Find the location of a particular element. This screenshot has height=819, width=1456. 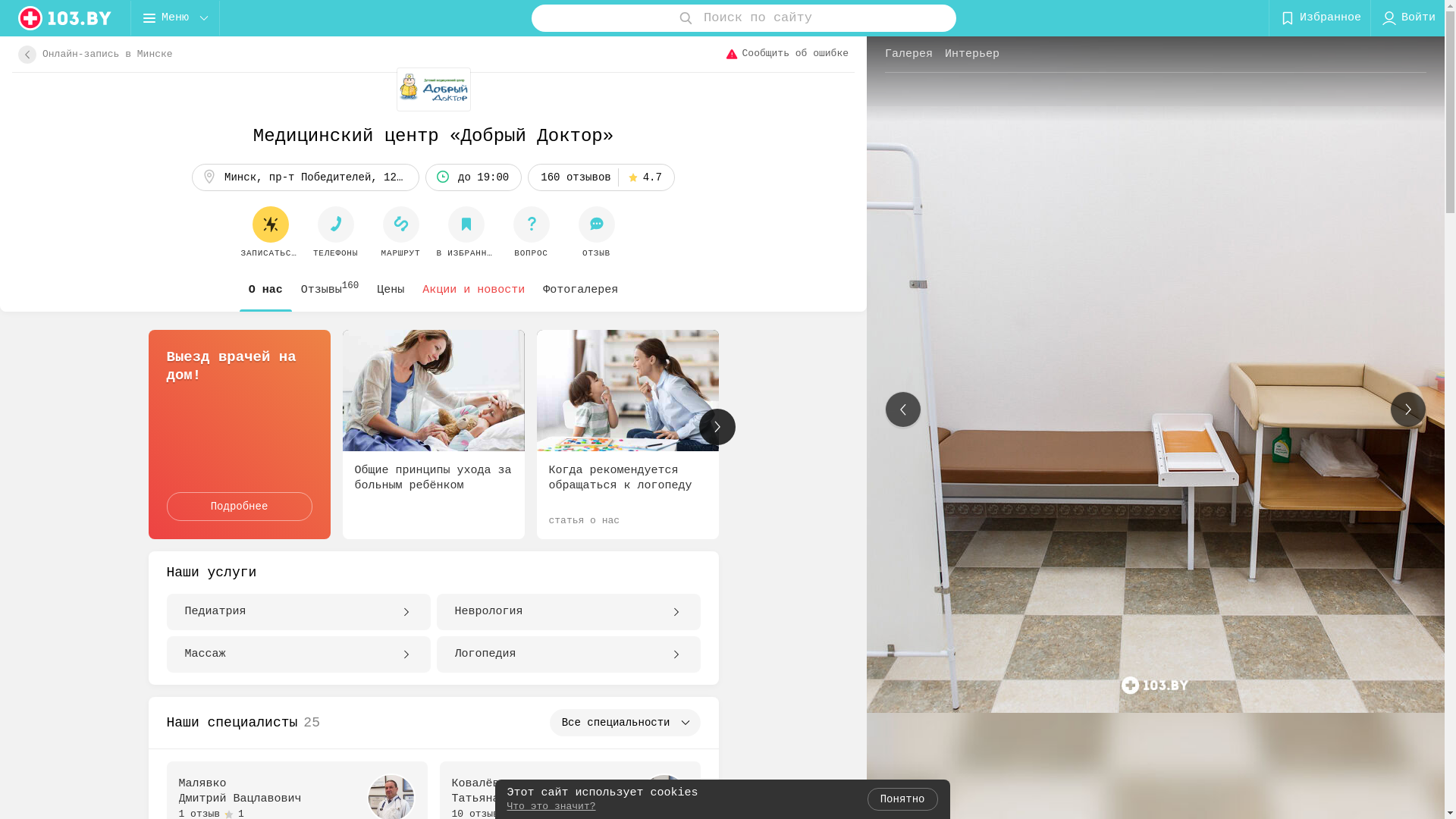

'logo' is located at coordinates (64, 17).